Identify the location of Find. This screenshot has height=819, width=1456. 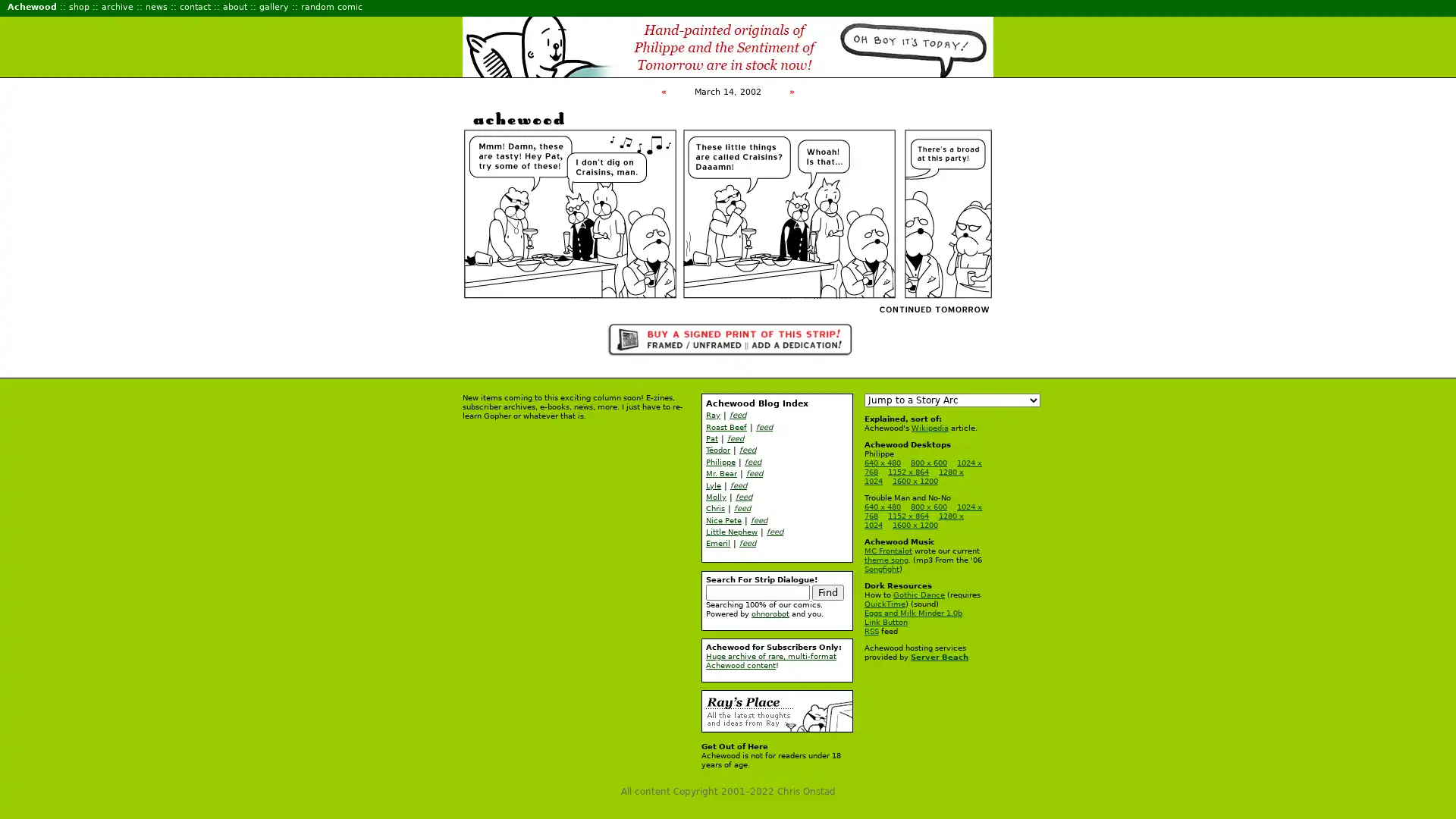
(827, 591).